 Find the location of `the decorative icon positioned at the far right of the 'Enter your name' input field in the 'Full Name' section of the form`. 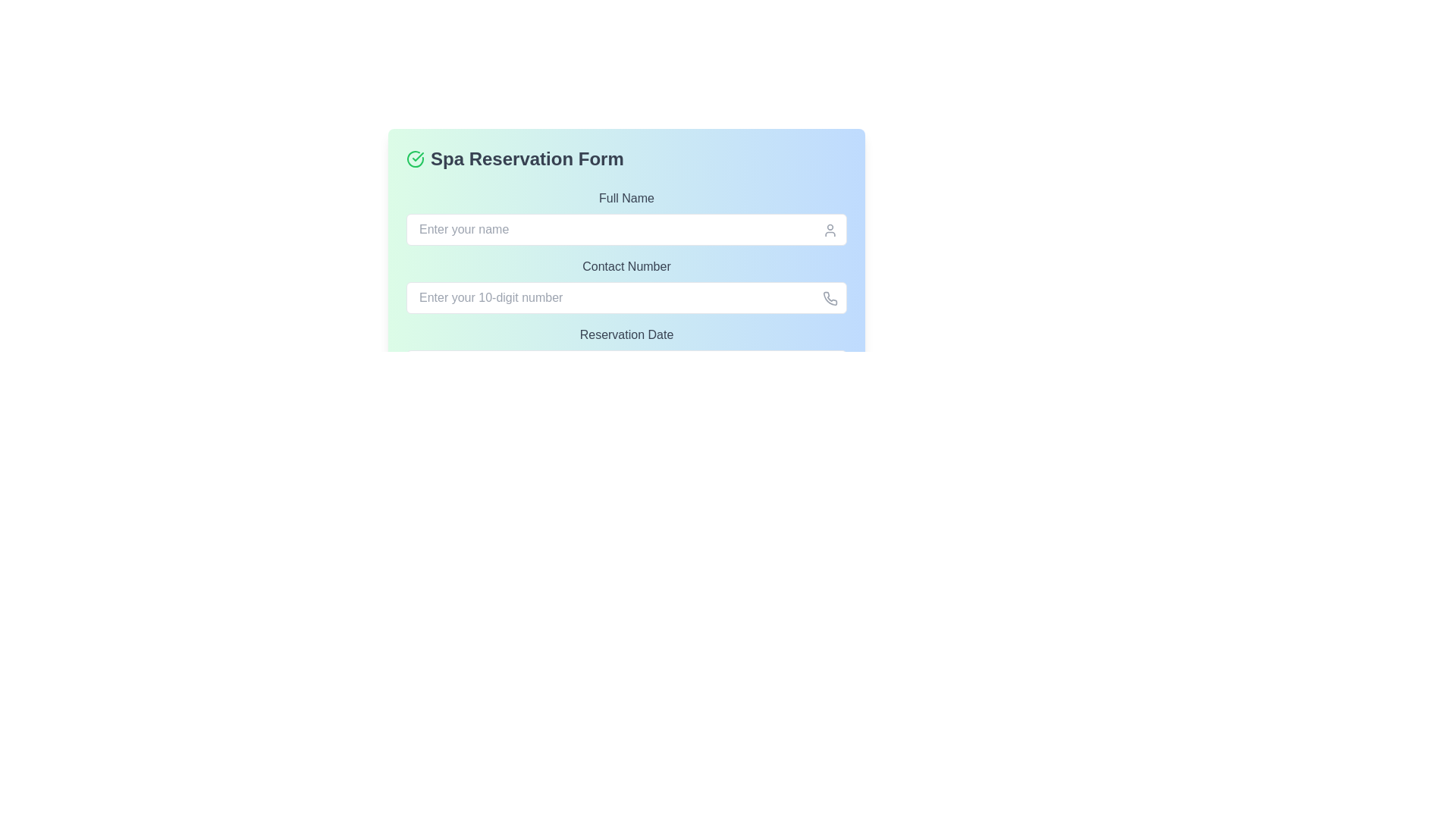

the decorative icon positioned at the far right of the 'Enter your name' input field in the 'Full Name' section of the form is located at coordinates (829, 231).